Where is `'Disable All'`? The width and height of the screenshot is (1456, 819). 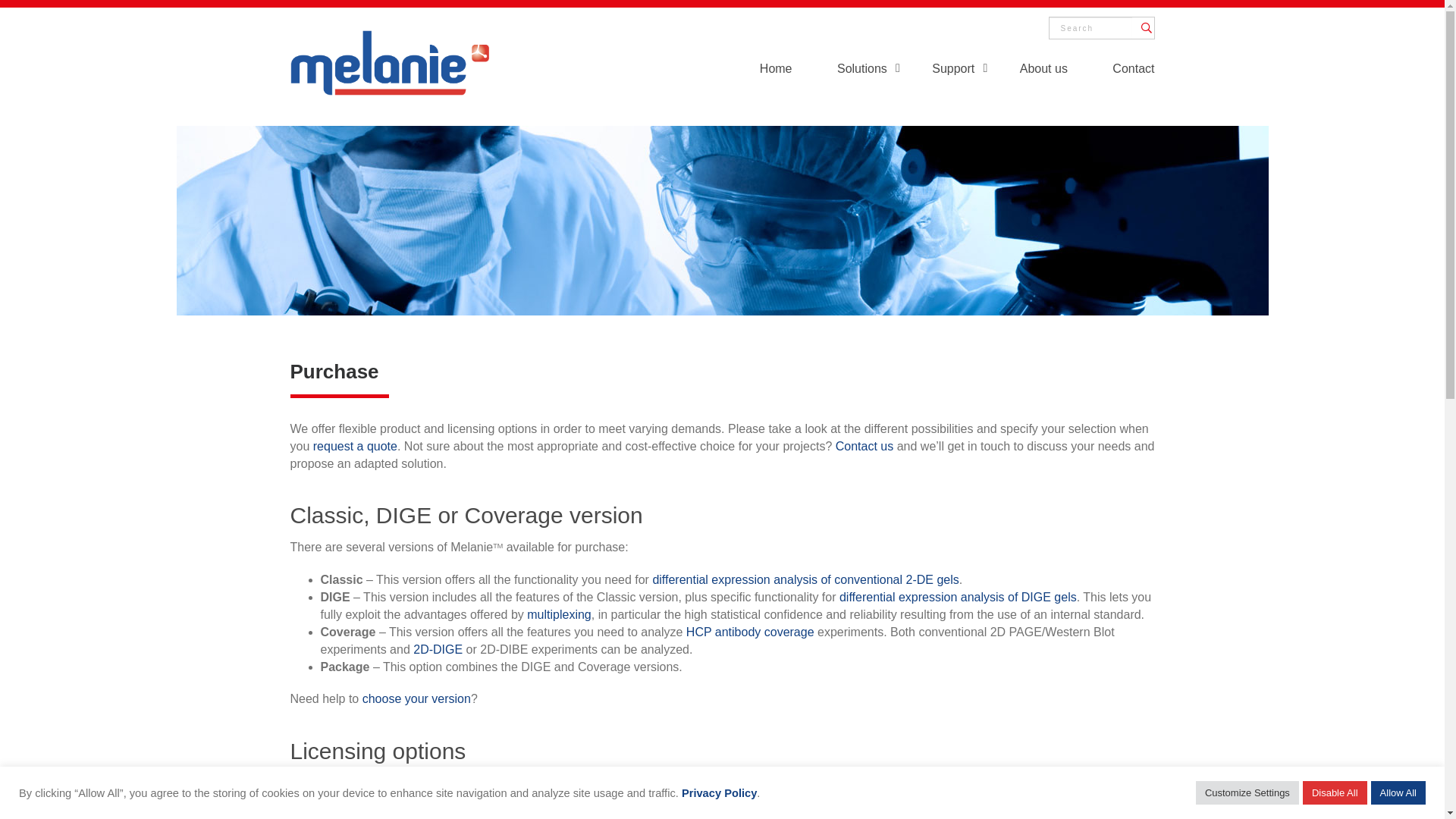
'Disable All' is located at coordinates (1302, 792).